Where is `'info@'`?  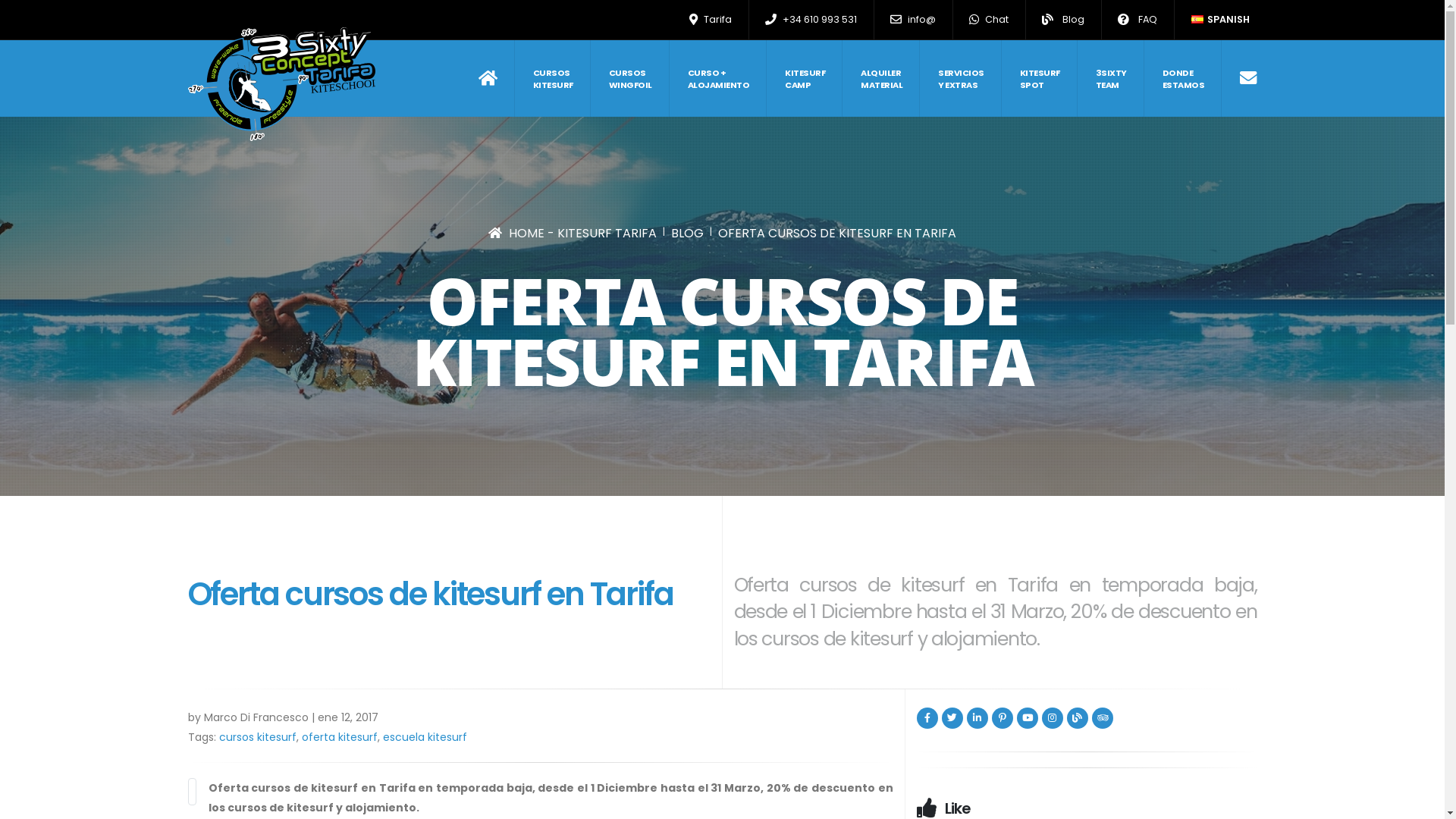
'info@' is located at coordinates (912, 20).